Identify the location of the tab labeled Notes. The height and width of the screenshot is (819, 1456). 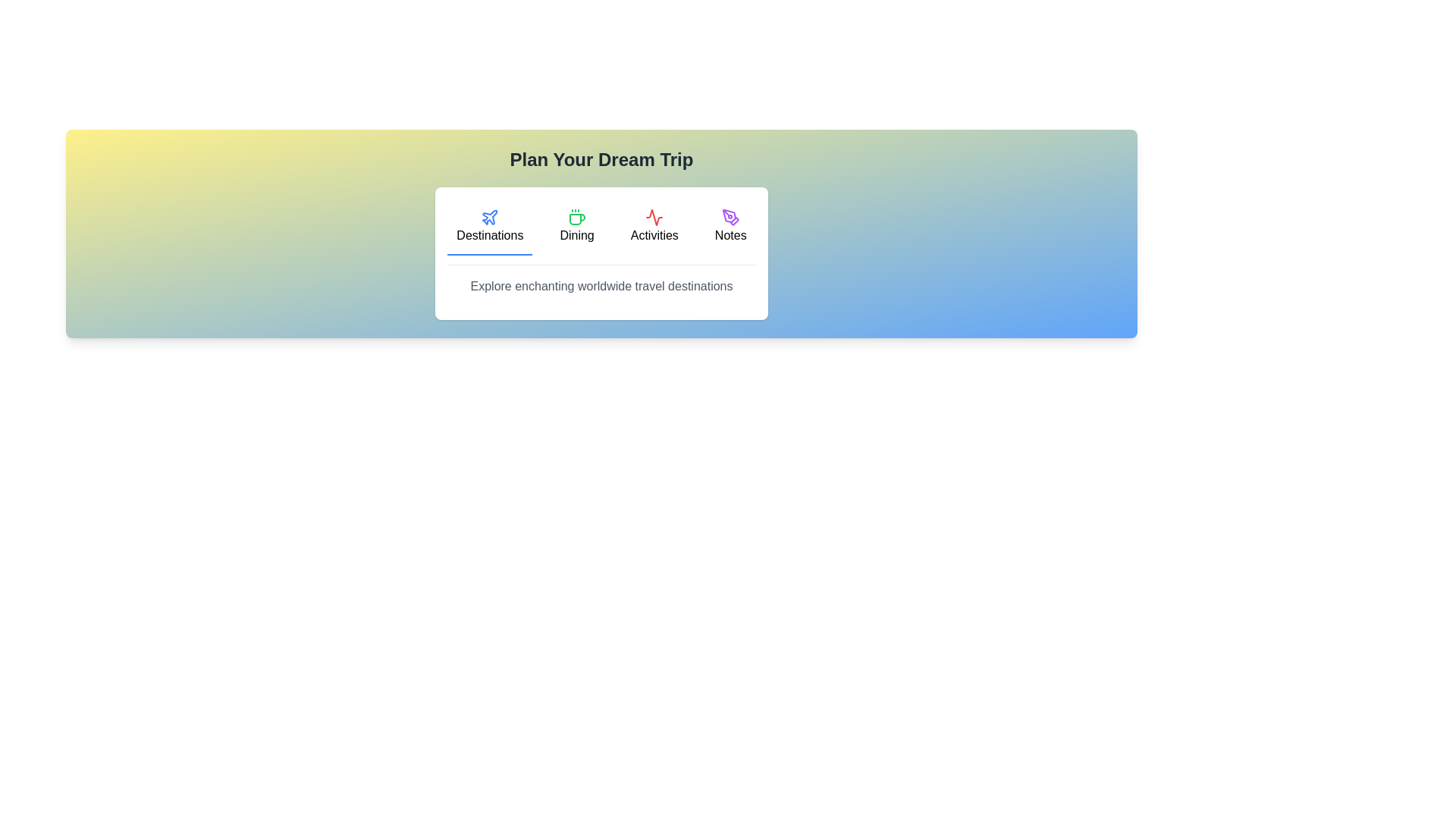
(730, 227).